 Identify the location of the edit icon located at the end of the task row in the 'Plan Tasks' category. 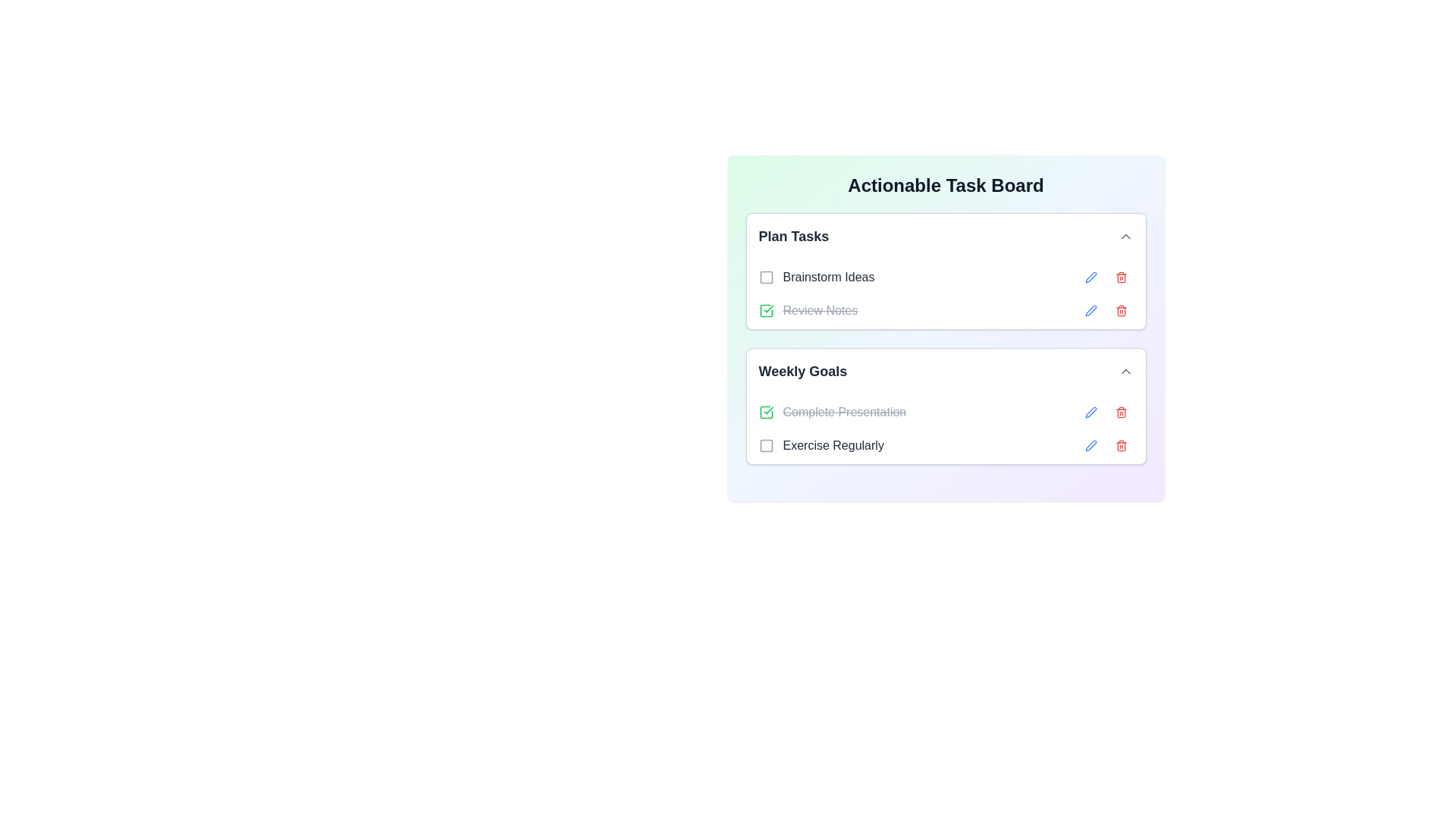
(1090, 309).